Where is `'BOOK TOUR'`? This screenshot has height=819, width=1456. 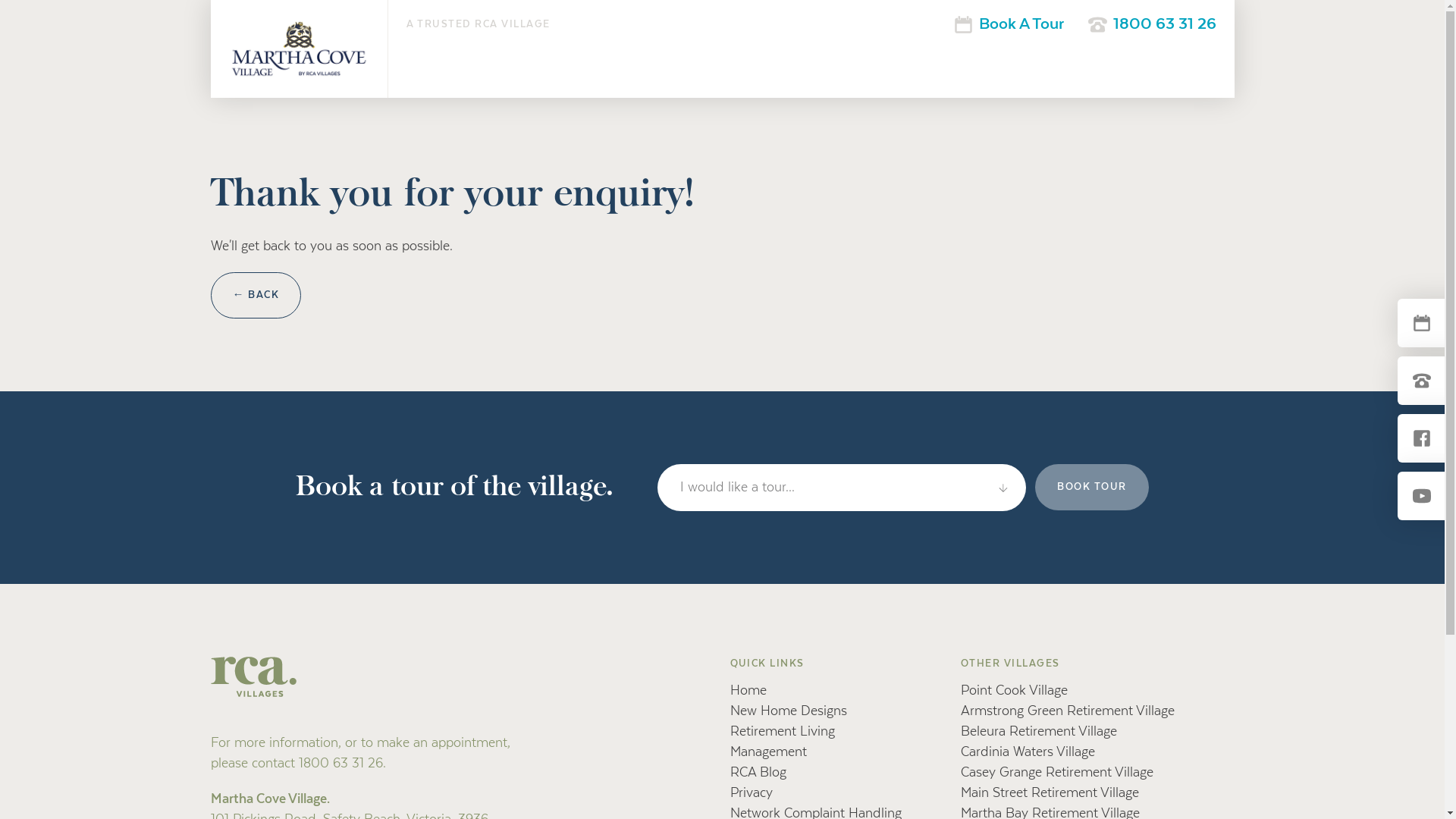 'BOOK TOUR' is located at coordinates (1092, 487).